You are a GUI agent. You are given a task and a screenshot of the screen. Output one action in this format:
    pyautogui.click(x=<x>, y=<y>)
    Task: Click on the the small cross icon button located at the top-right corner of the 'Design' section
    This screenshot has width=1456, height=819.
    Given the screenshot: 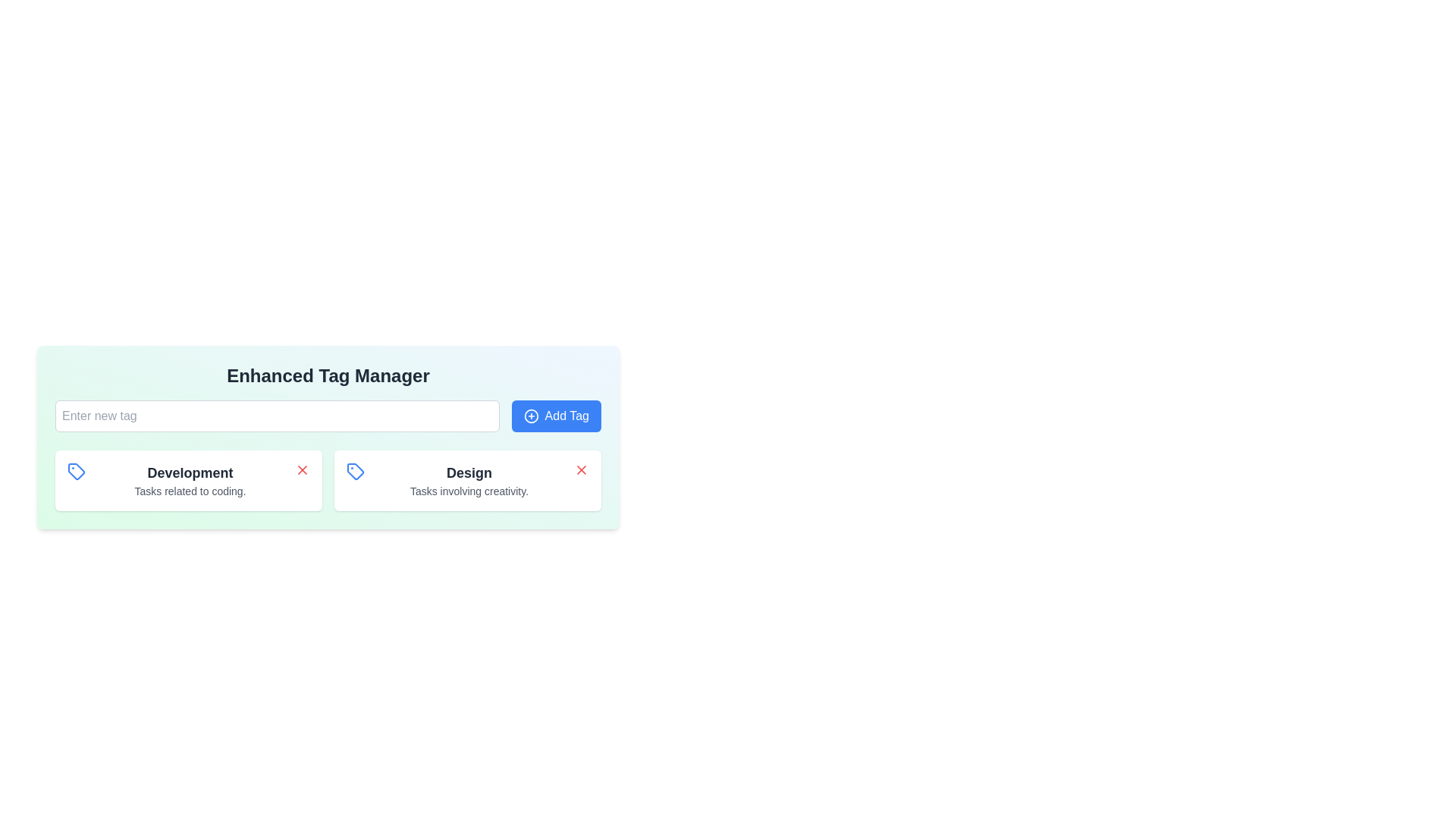 What is the action you would take?
    pyautogui.click(x=581, y=469)
    